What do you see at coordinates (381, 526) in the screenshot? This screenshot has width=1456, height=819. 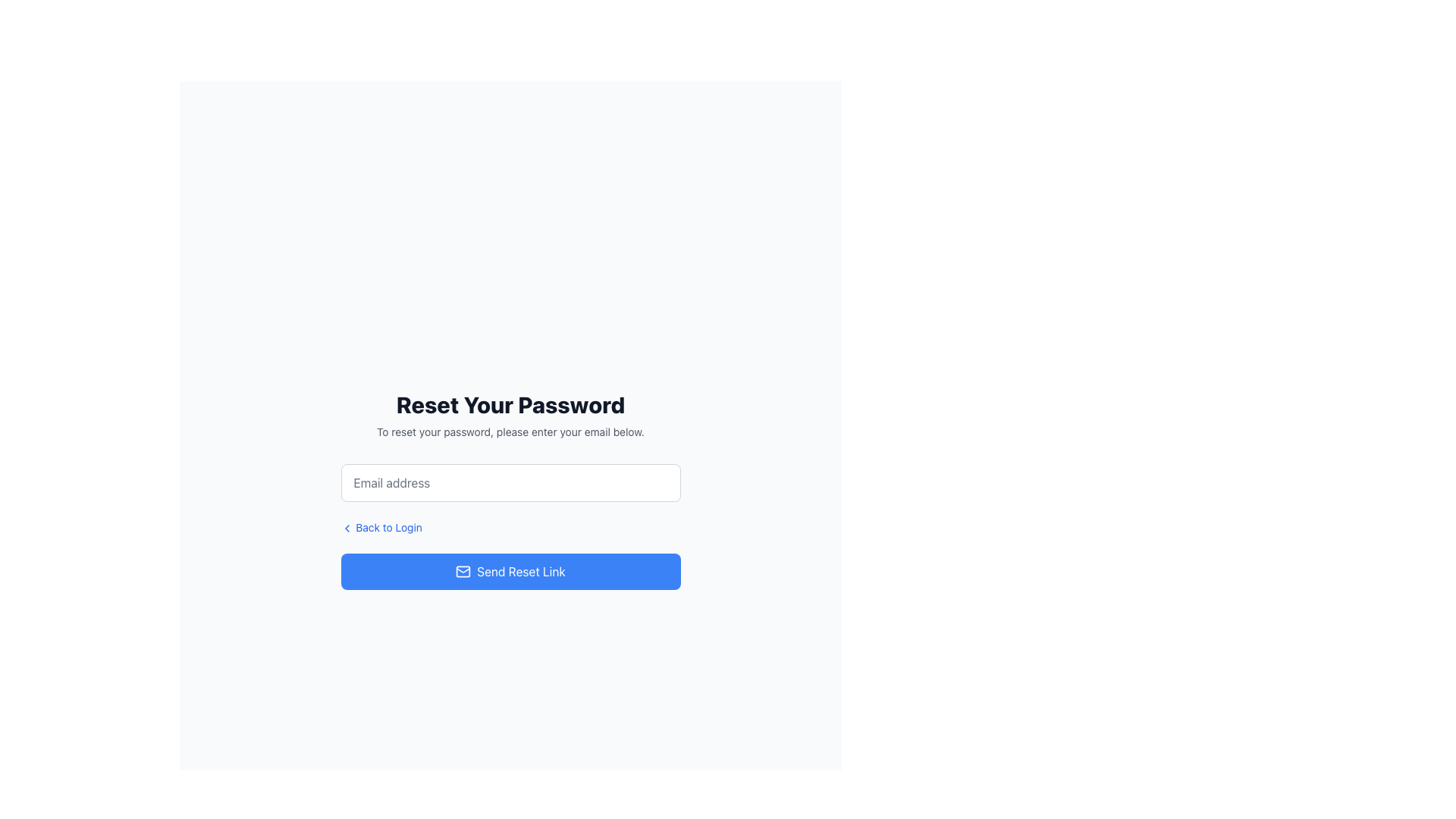 I see `the 'Back to Login' hyperlink, which is a blue-colored text link with a chevron icon on its left, located near the bottom left corner of the form` at bounding box center [381, 526].